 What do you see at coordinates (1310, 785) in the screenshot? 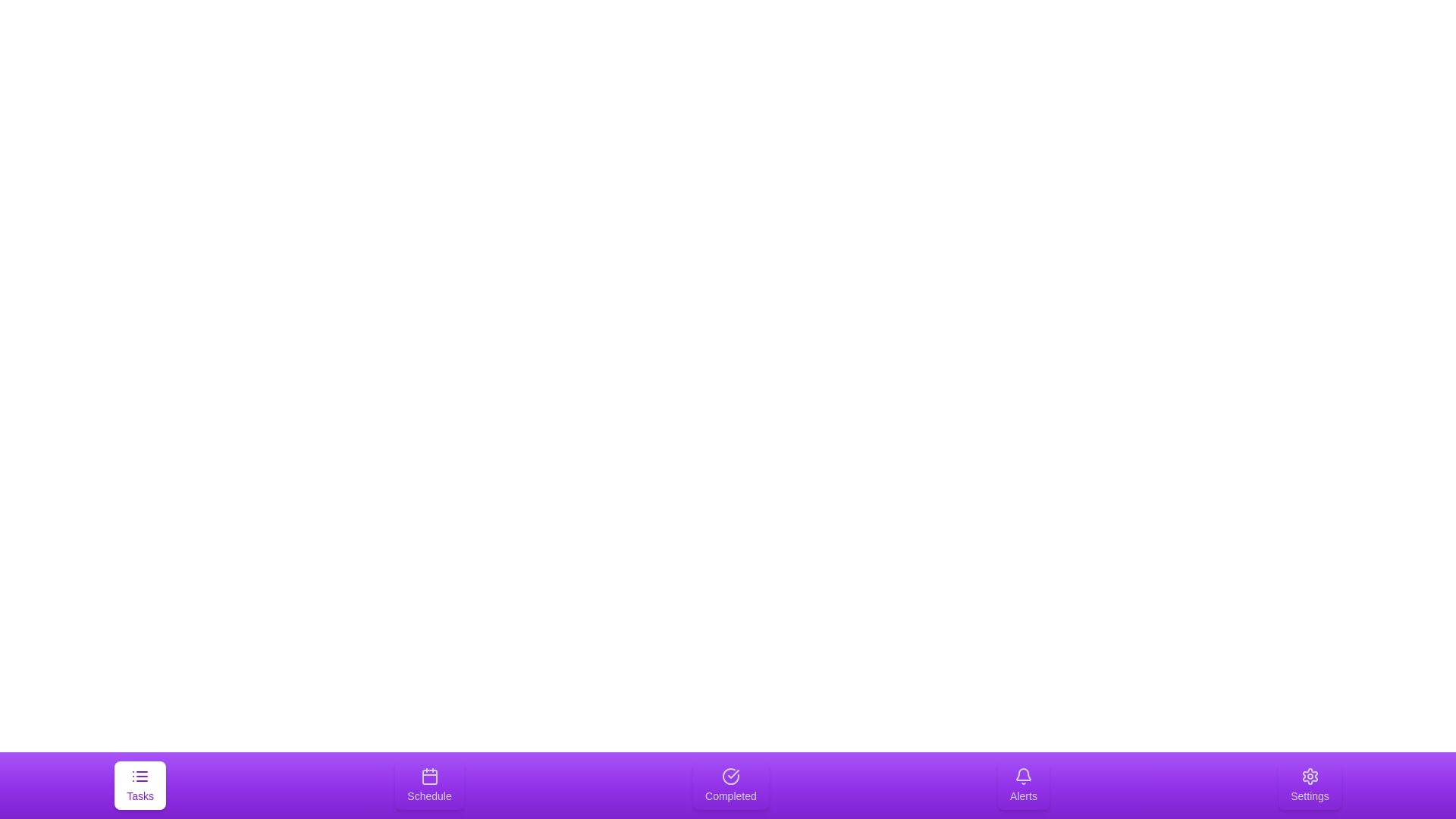
I see `the Settings tab to select it` at bounding box center [1310, 785].